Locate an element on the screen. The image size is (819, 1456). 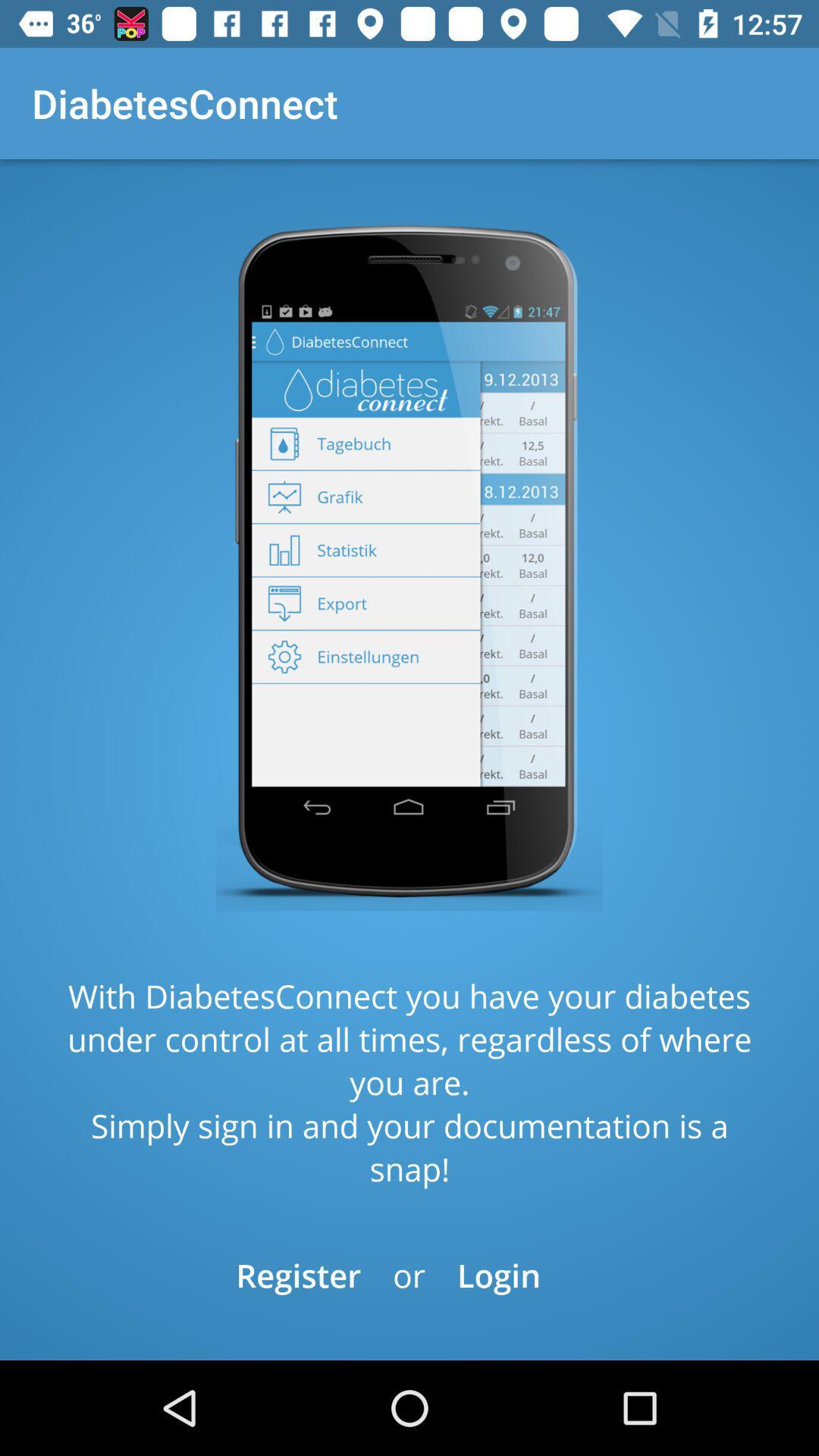
the login is located at coordinates (499, 1274).